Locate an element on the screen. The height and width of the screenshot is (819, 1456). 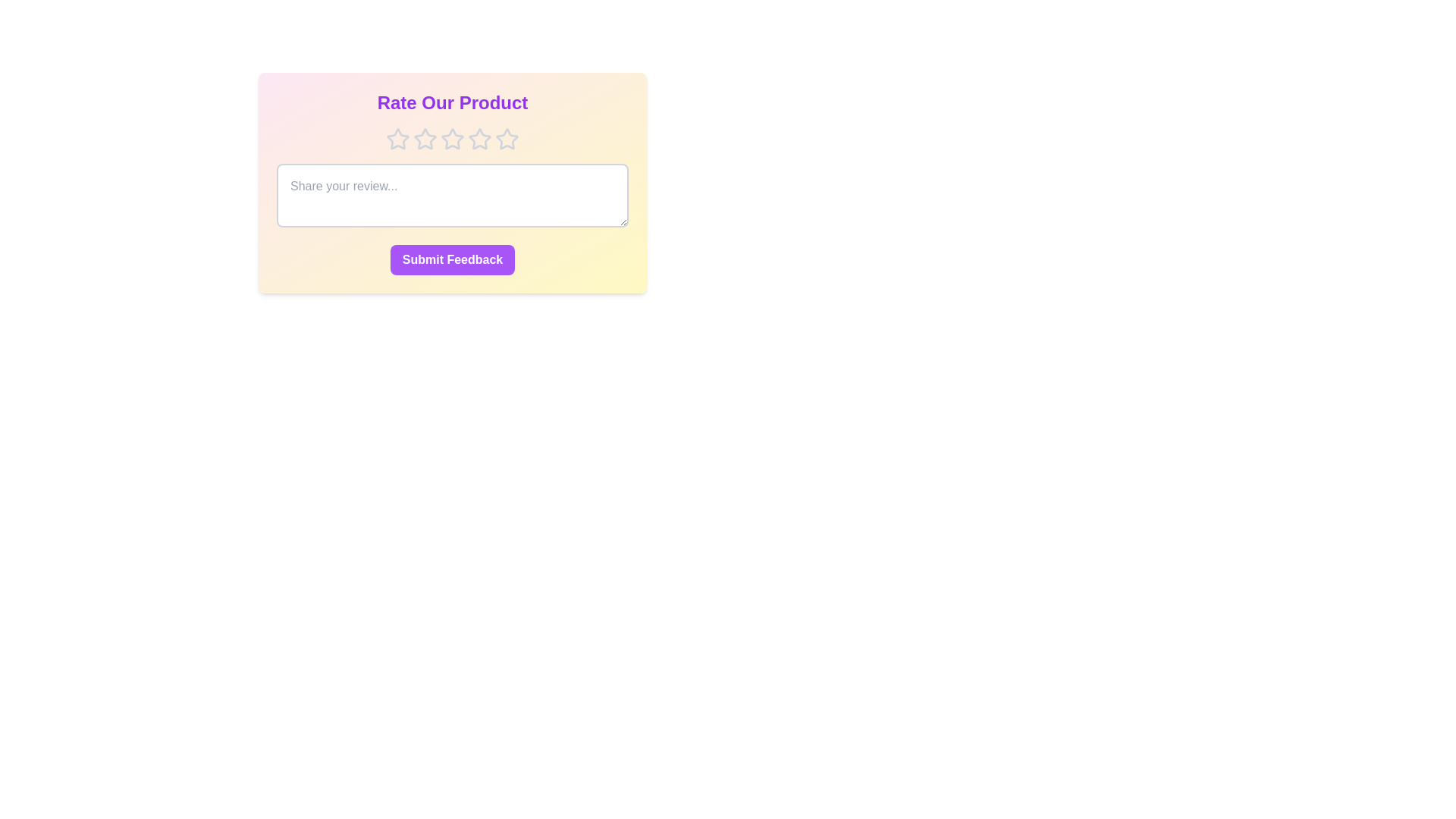
the star corresponding to 1 to preview the selection effect is located at coordinates (397, 140).